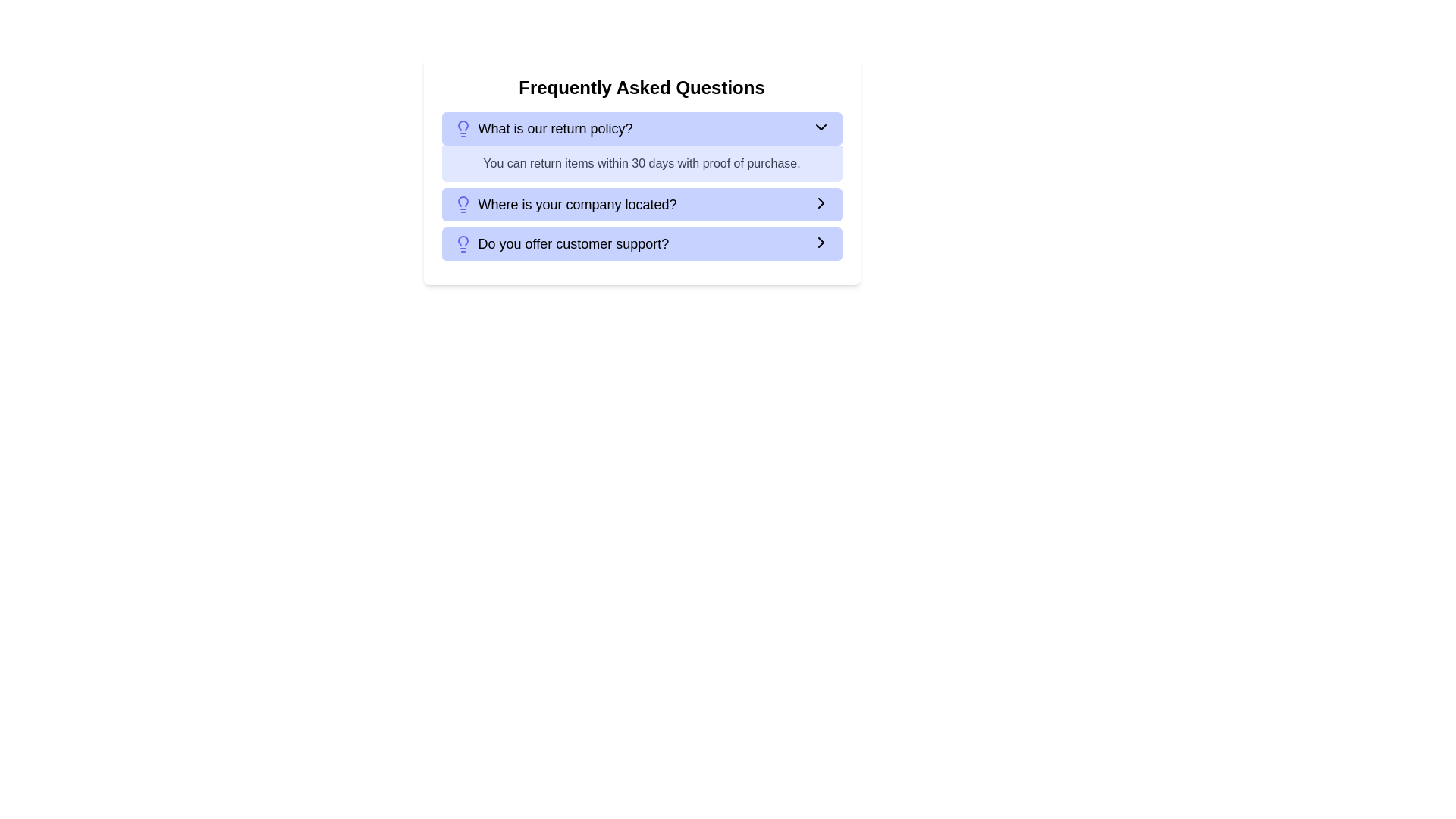 This screenshot has height=819, width=1456. Describe the element at coordinates (462, 127) in the screenshot. I see `the lightbulb icon with a purple outline located to the left of the text 'What is our return policy?' in the FAQ section` at that location.